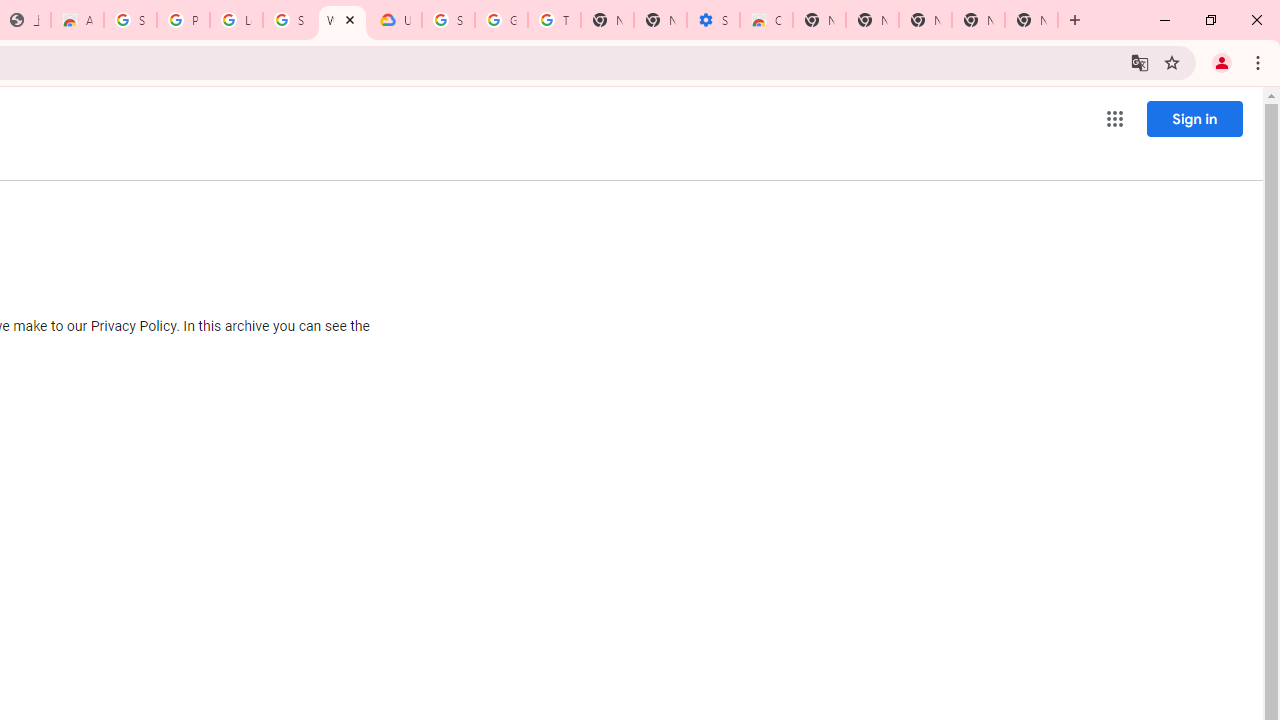  Describe the element at coordinates (77, 20) in the screenshot. I see `'Awesome Screen Recorder & Screenshot - Chrome Web Store'` at that location.